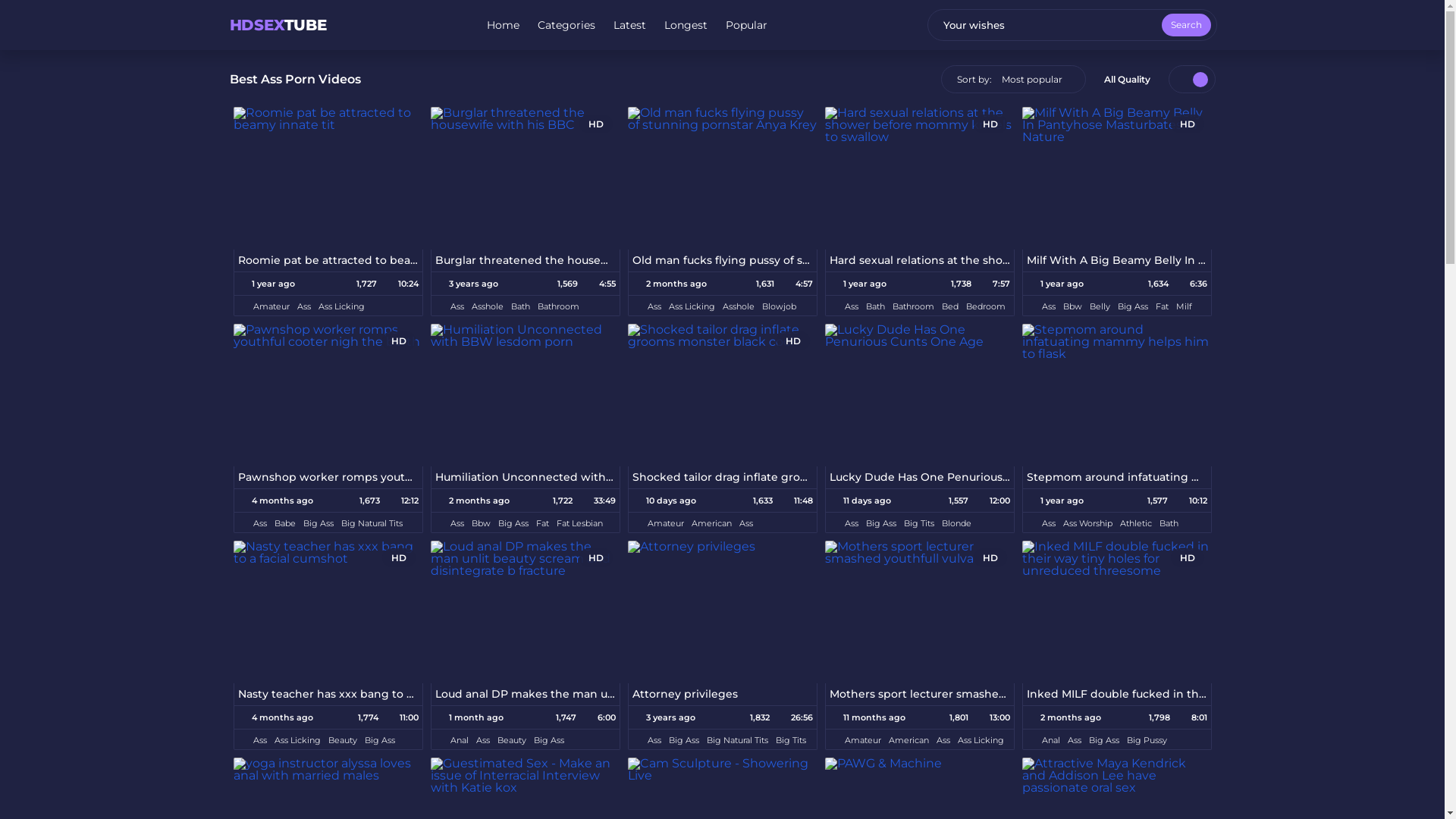 The image size is (1456, 819). What do you see at coordinates (1087, 522) in the screenshot?
I see `'Ass Worship'` at bounding box center [1087, 522].